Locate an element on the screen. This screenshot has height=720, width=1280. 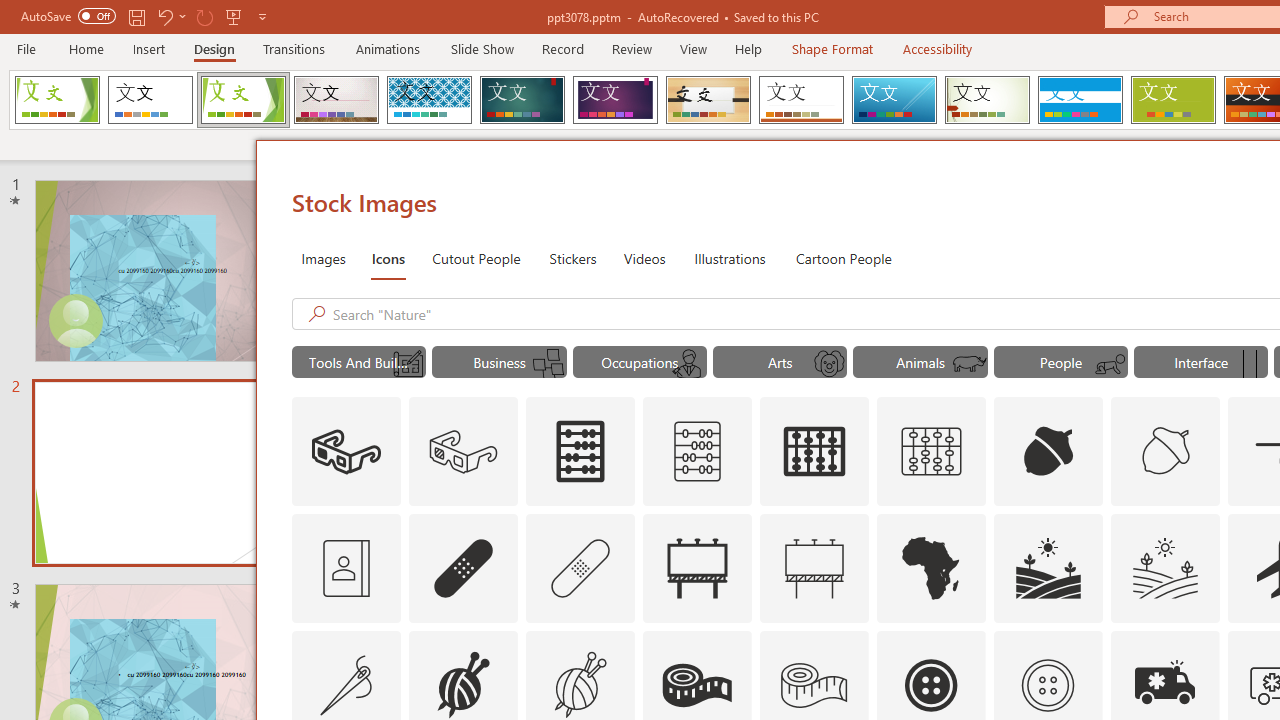
'AutomationID: Icons_Blueprint_M' is located at coordinates (407, 364).